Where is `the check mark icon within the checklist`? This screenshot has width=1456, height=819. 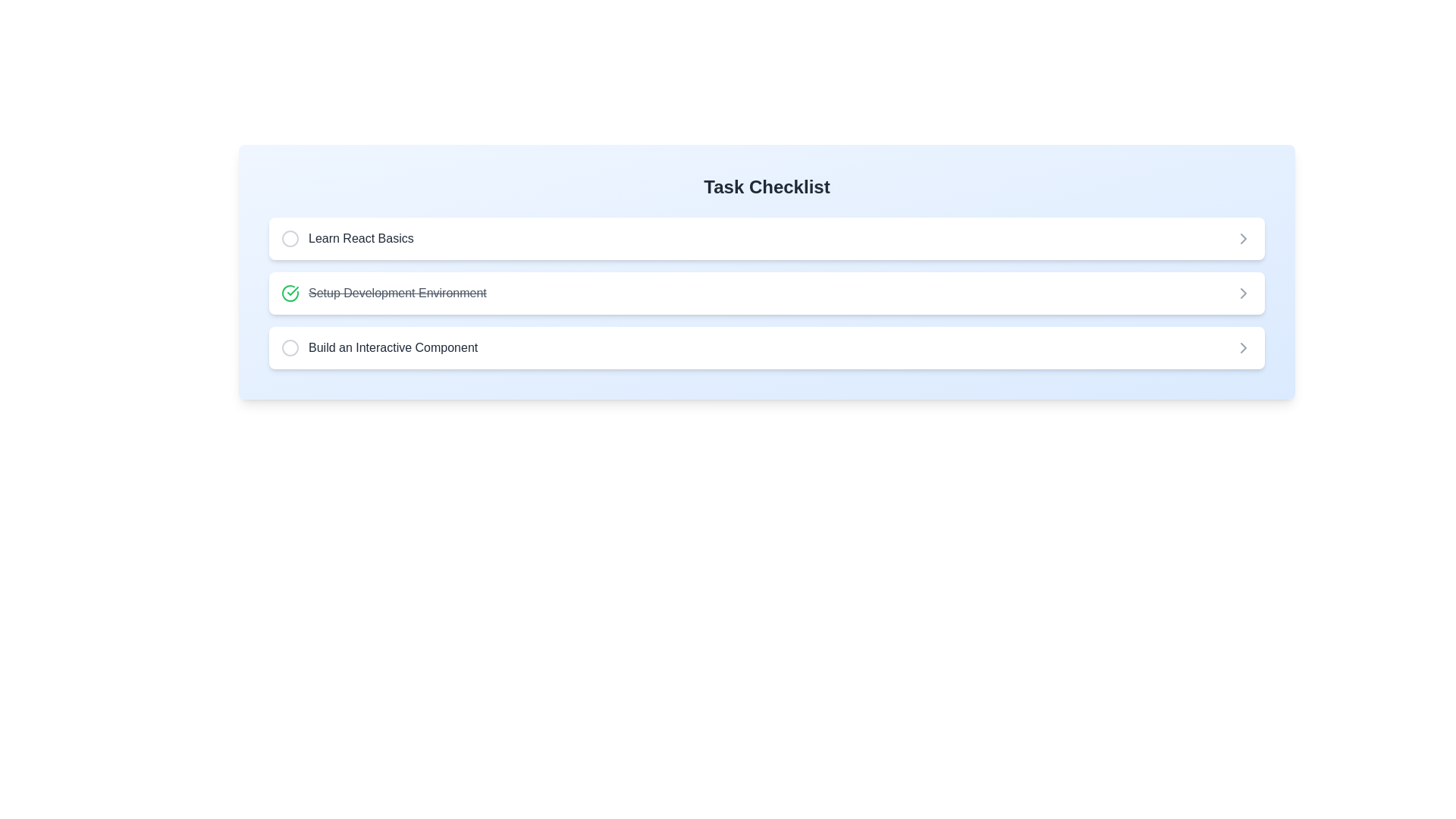
the check mark icon within the checklist is located at coordinates (290, 293).